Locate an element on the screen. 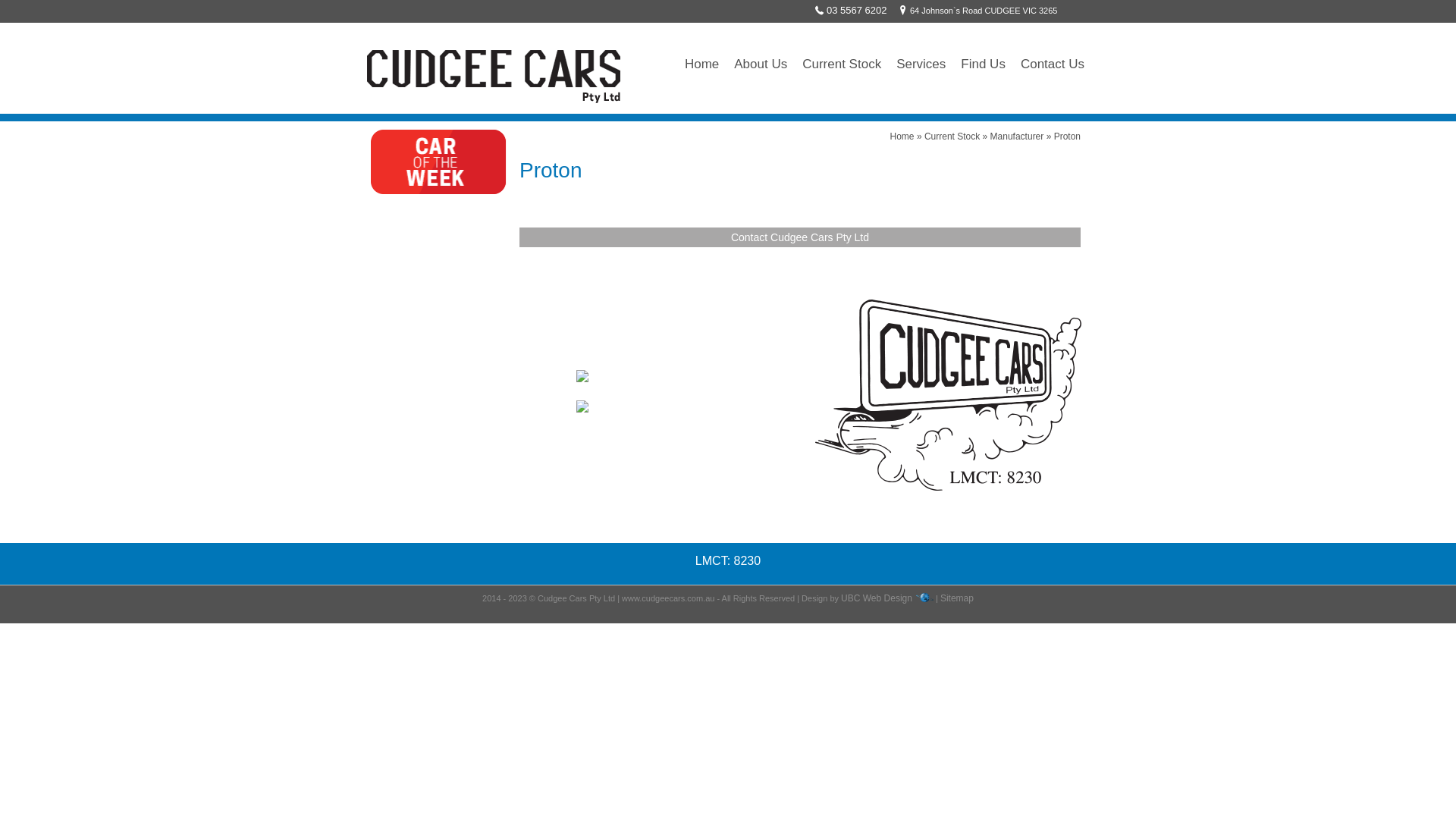 The width and height of the screenshot is (1456, 819). 'Cudgee Cars Pty Ltd' is located at coordinates (494, 74).